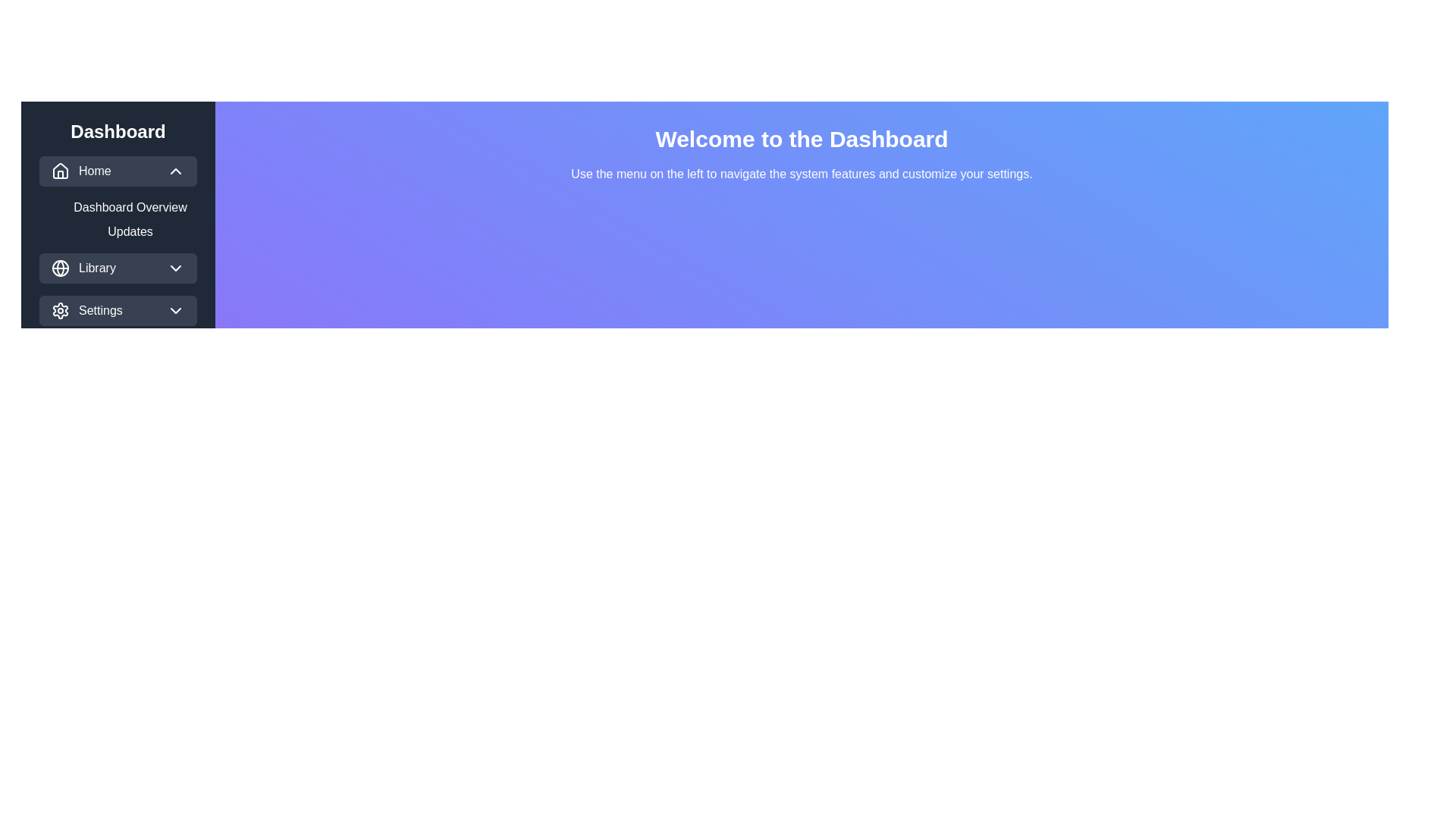  I want to click on the Navigation Menu Item labeled 'Library' which features a globe icon and is the first item in the vertical navigation bar, so click(83, 268).